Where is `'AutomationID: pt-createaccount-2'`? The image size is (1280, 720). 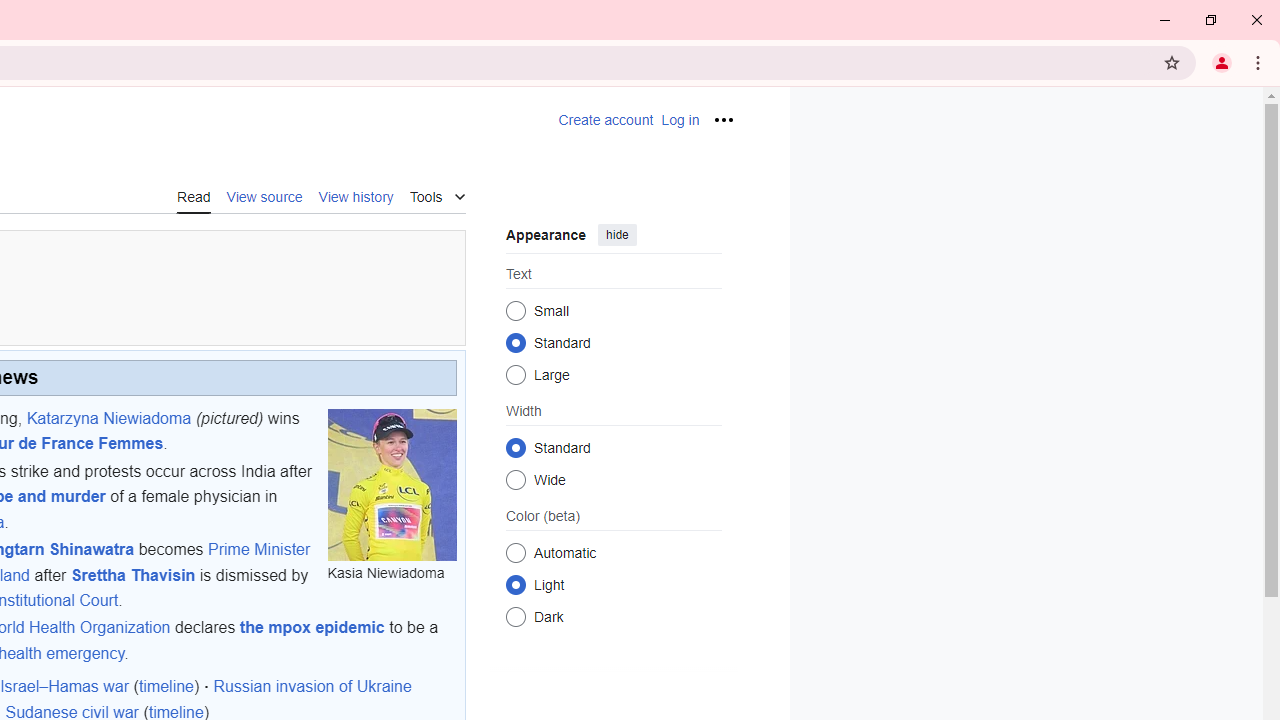
'AutomationID: pt-createaccount-2' is located at coordinates (605, 120).